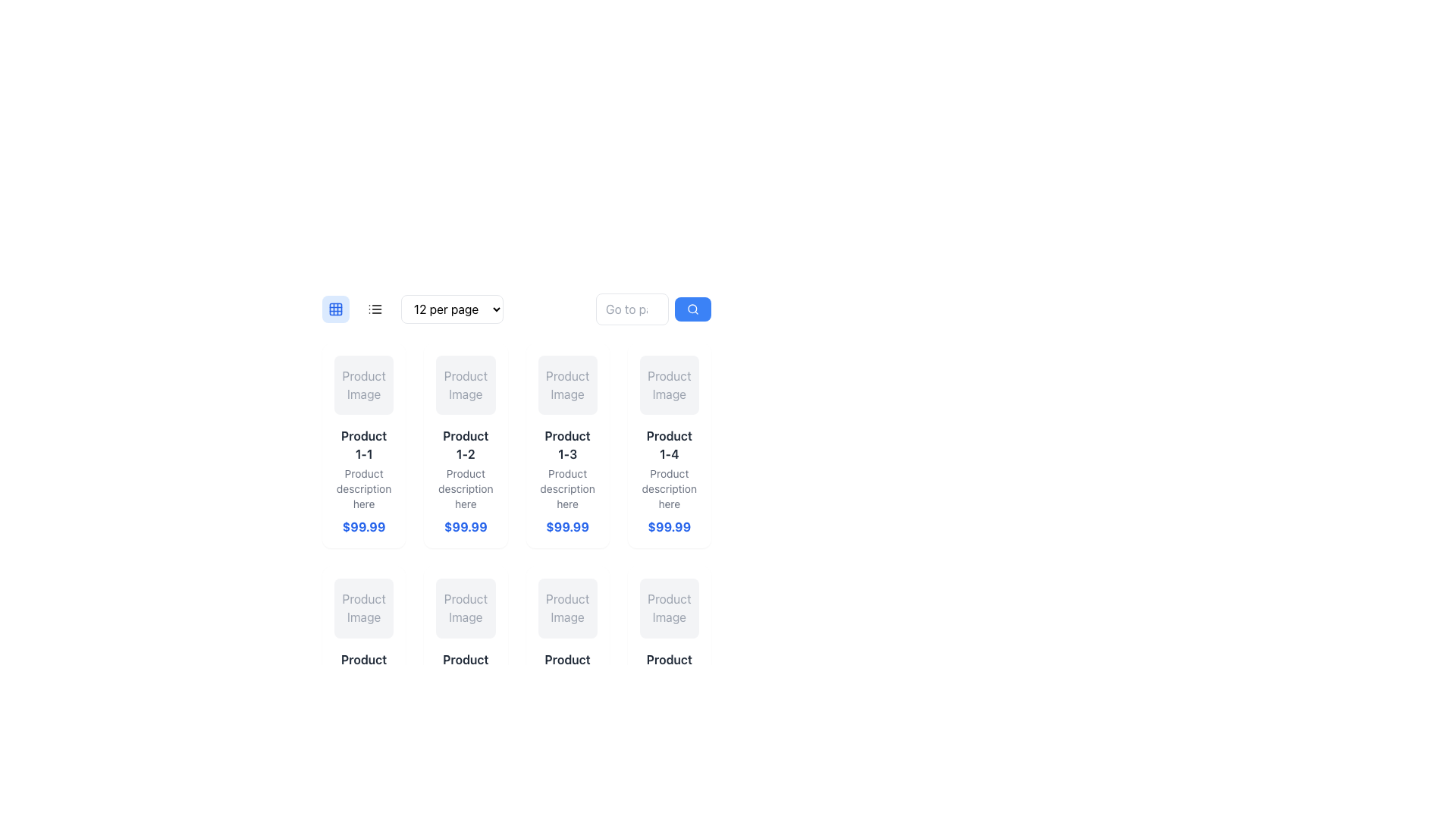 The height and width of the screenshot is (819, 1456). I want to click on the button with a grid icon located at the top-left of the toolbar, so click(334, 309).